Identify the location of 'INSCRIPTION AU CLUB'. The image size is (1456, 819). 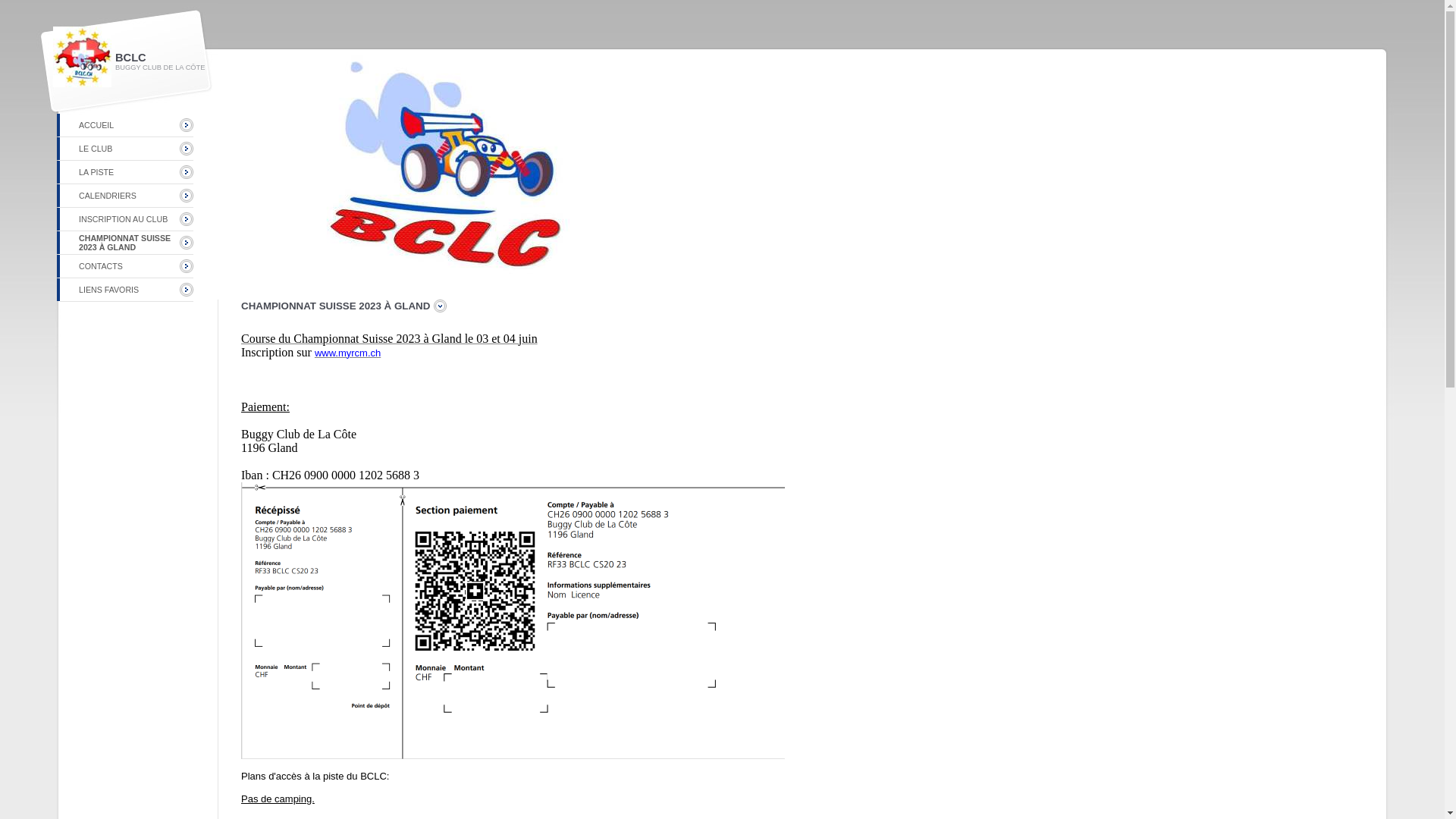
(78, 219).